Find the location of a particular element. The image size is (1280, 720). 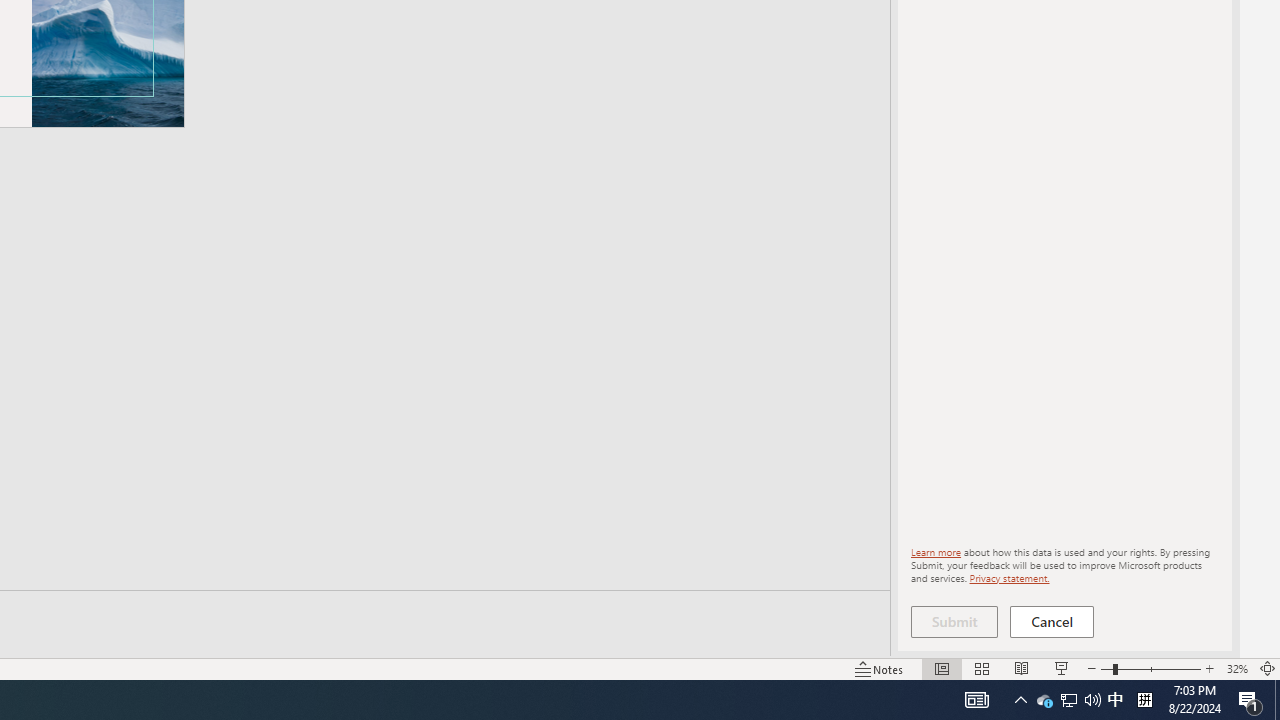

'Normal' is located at coordinates (941, 669).